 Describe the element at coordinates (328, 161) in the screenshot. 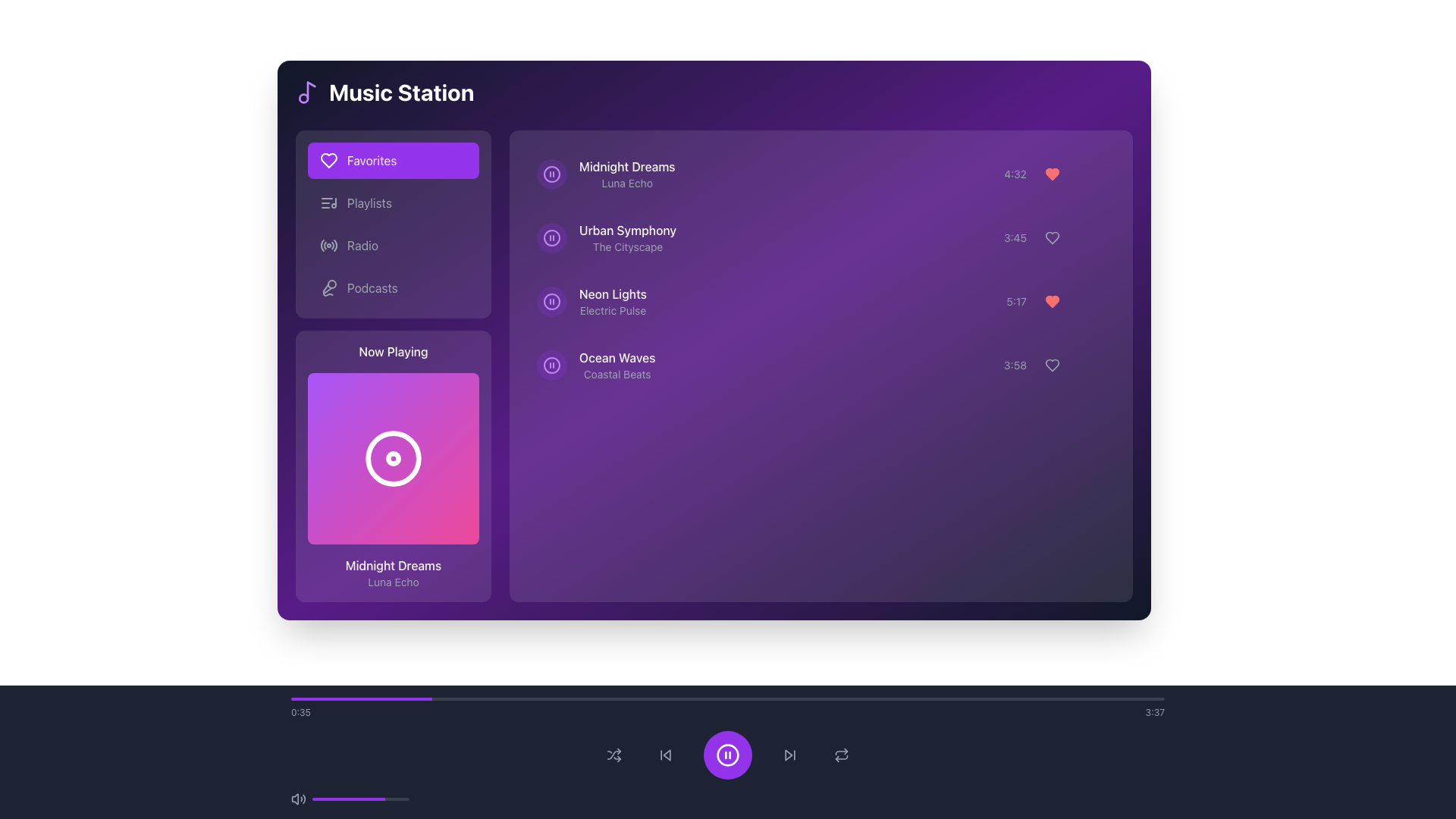

I see `the visual representation of the Favorites icon located in the left sidebar, adjacent to the 'Favorites' label` at that location.